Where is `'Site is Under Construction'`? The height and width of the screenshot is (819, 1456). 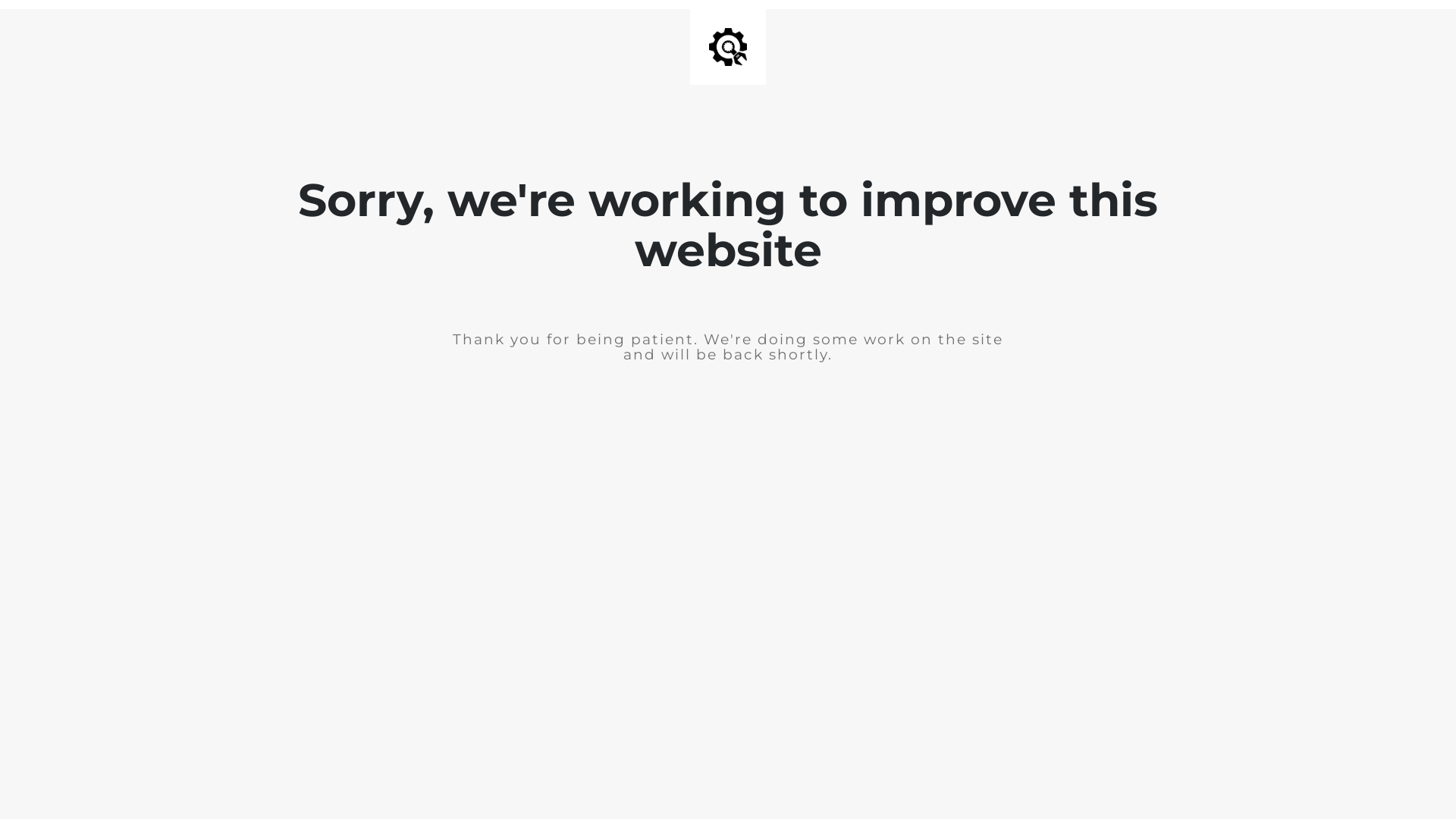
'Site is Under Construction' is located at coordinates (728, 45).